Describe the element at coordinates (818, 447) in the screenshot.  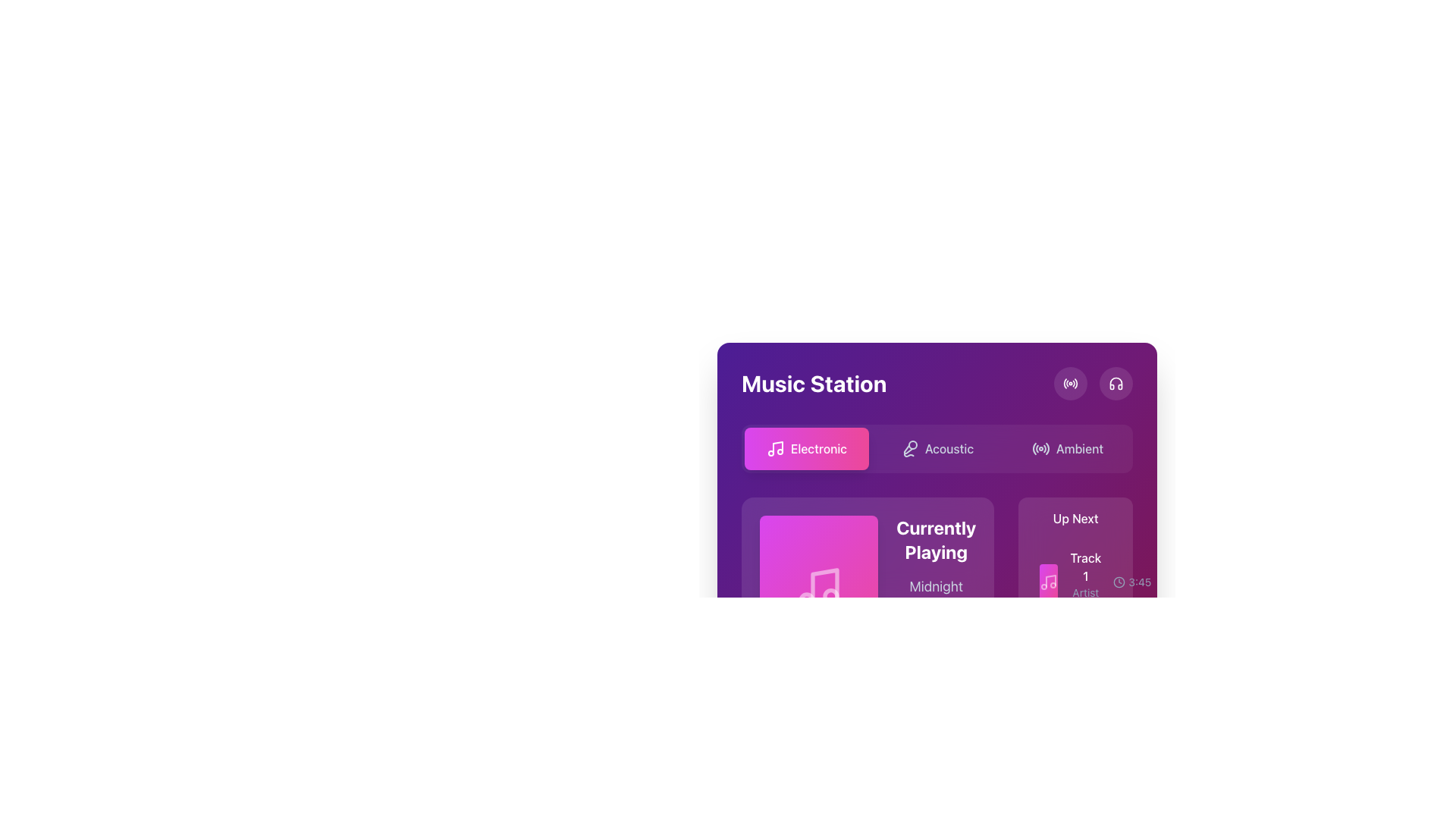
I see `label text indicating the category or section titled 'Electronic', located adjacent to 'Acoustic' and 'Ambient' options` at that location.